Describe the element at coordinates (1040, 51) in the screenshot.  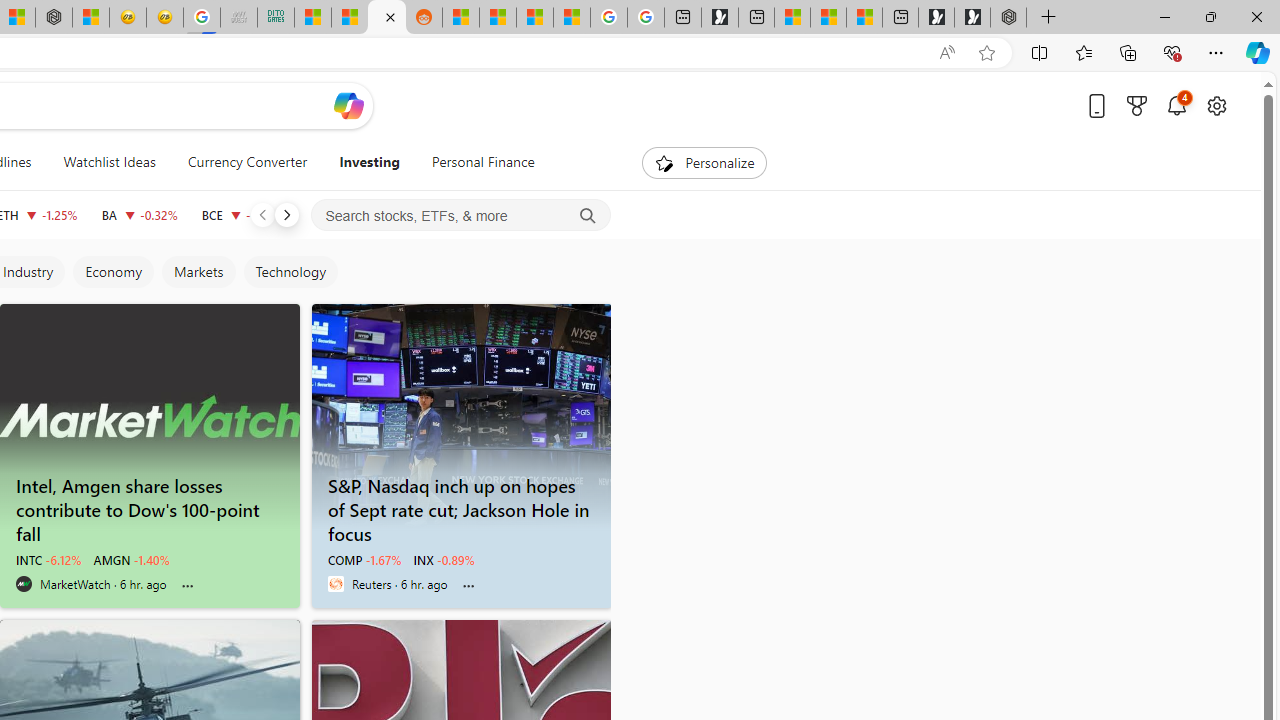
I see `'Split screen'` at that location.